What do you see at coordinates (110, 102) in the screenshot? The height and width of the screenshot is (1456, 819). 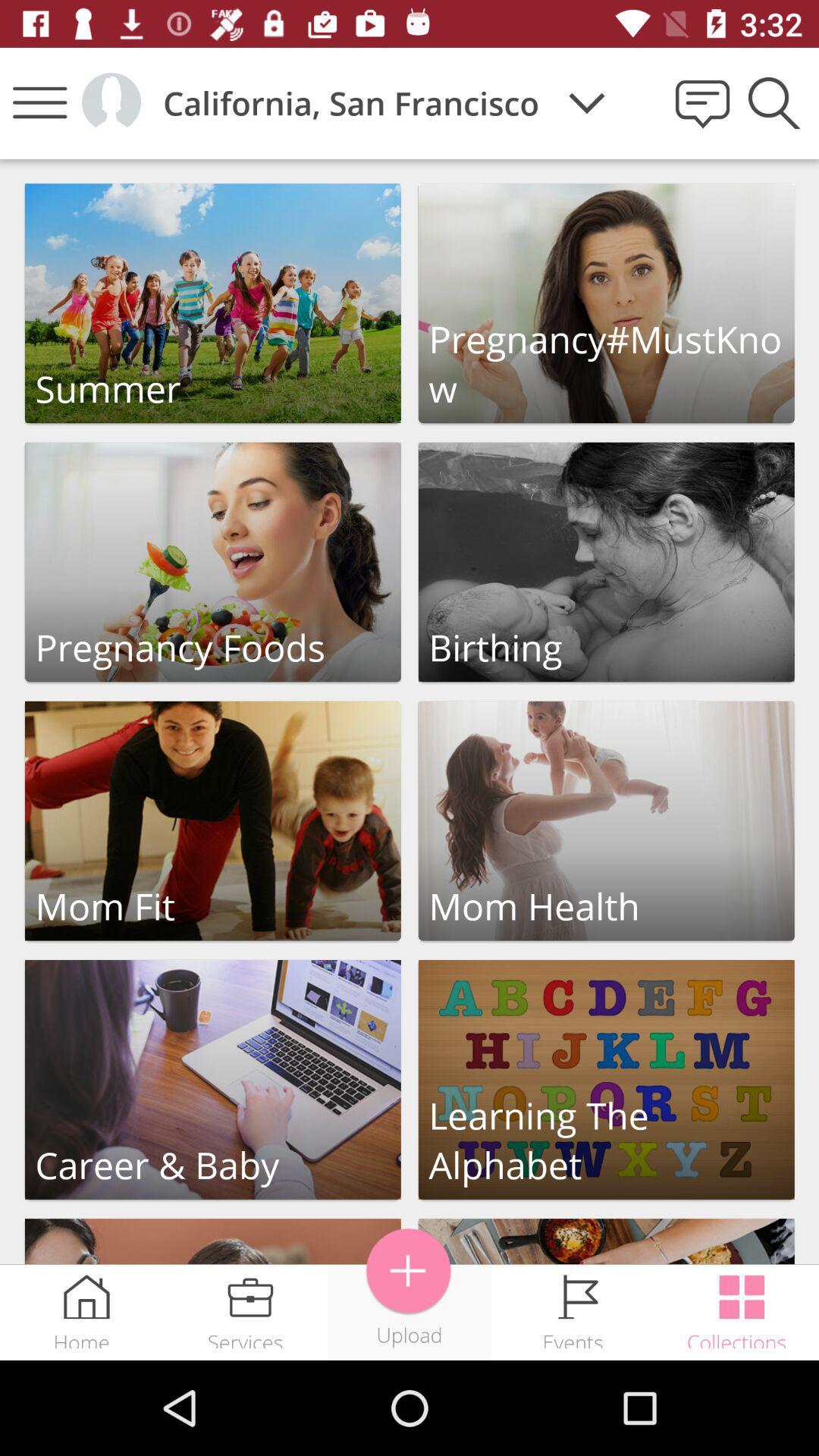 I see `item to the left of california, san francisco item` at bounding box center [110, 102].